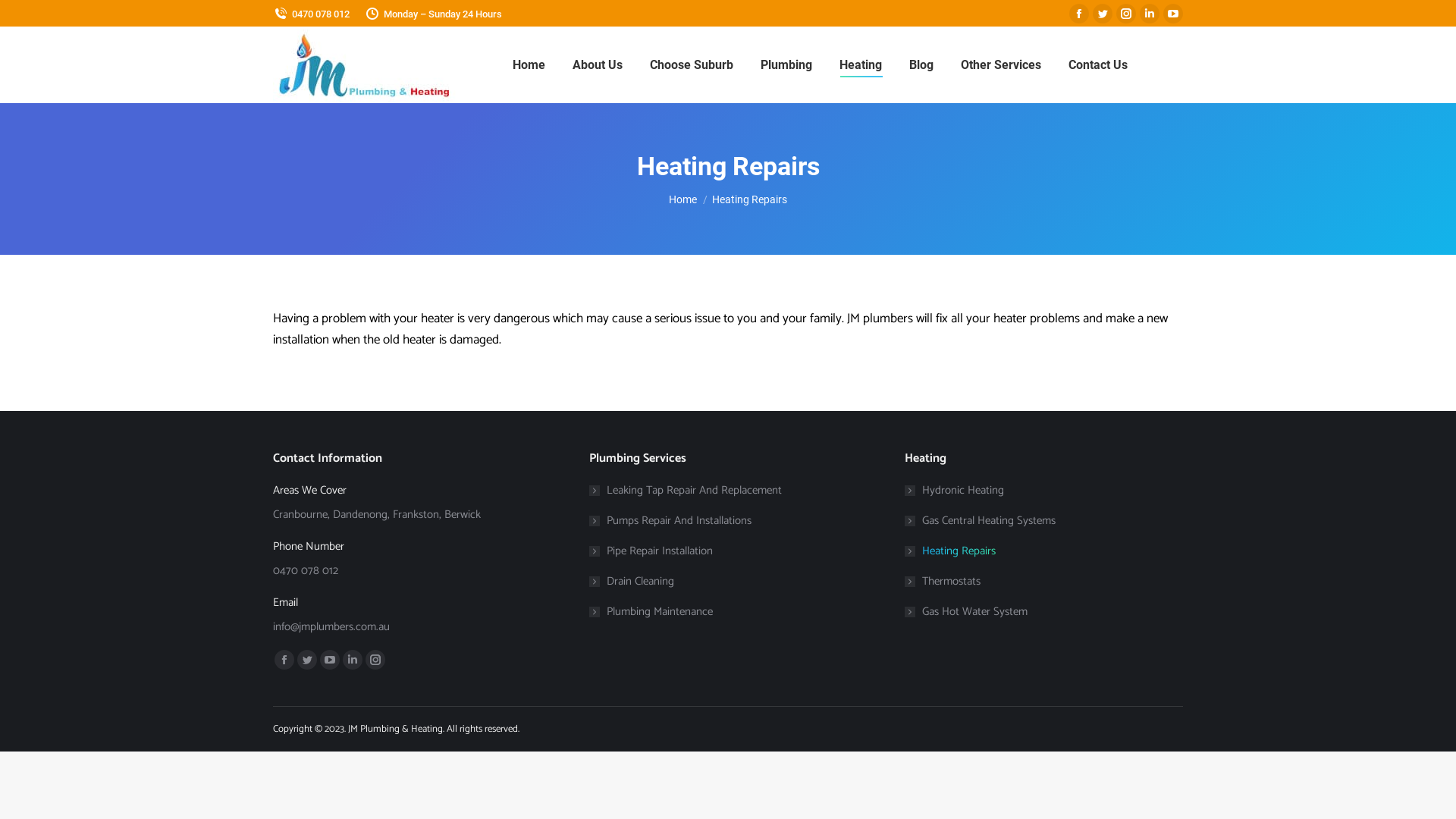 Image resolution: width=1456 pixels, height=819 pixels. Describe the element at coordinates (1000, 64) in the screenshot. I see `'Other Services'` at that location.